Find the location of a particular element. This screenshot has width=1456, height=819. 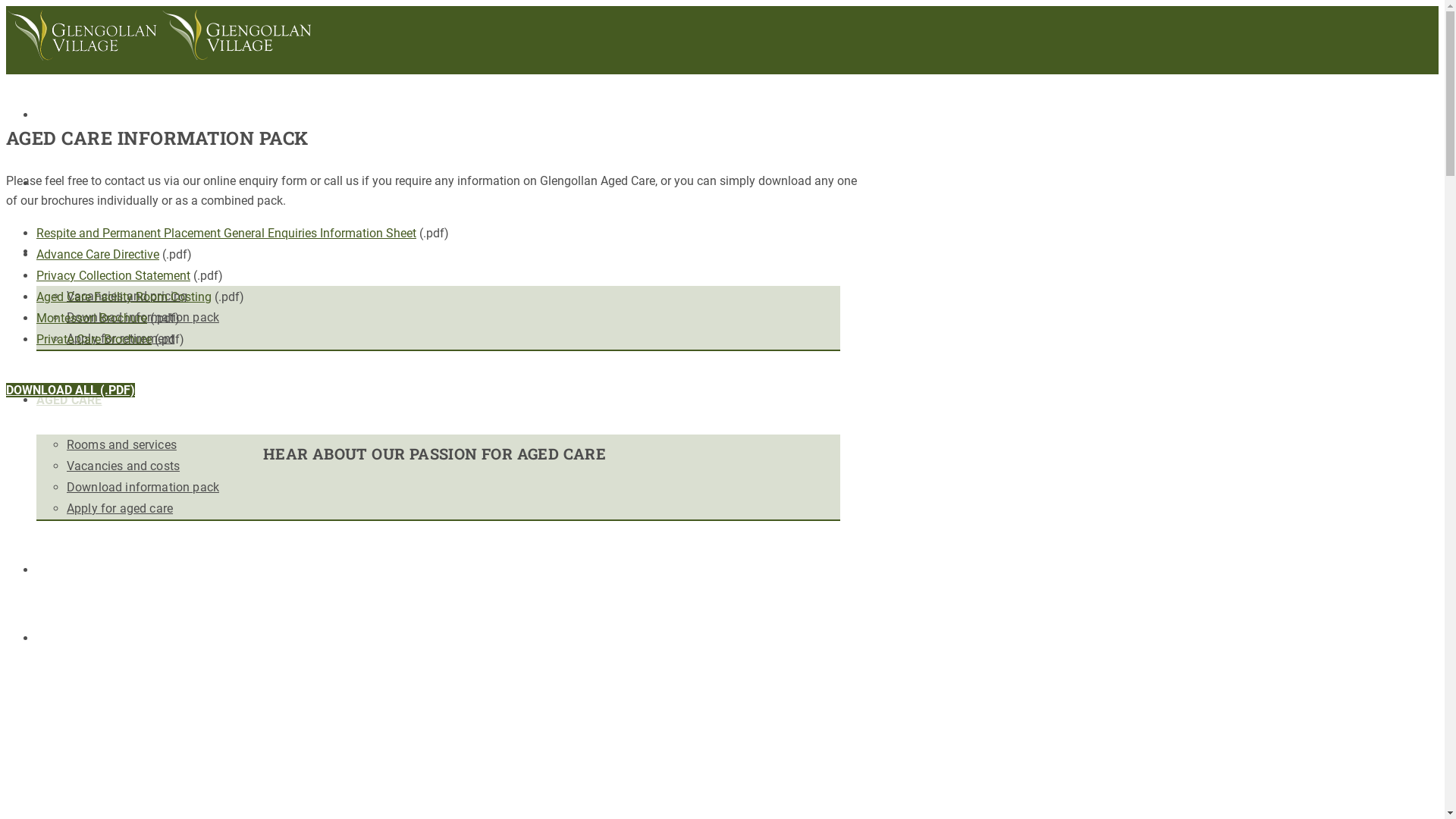

'Apply for aged care' is located at coordinates (119, 508).